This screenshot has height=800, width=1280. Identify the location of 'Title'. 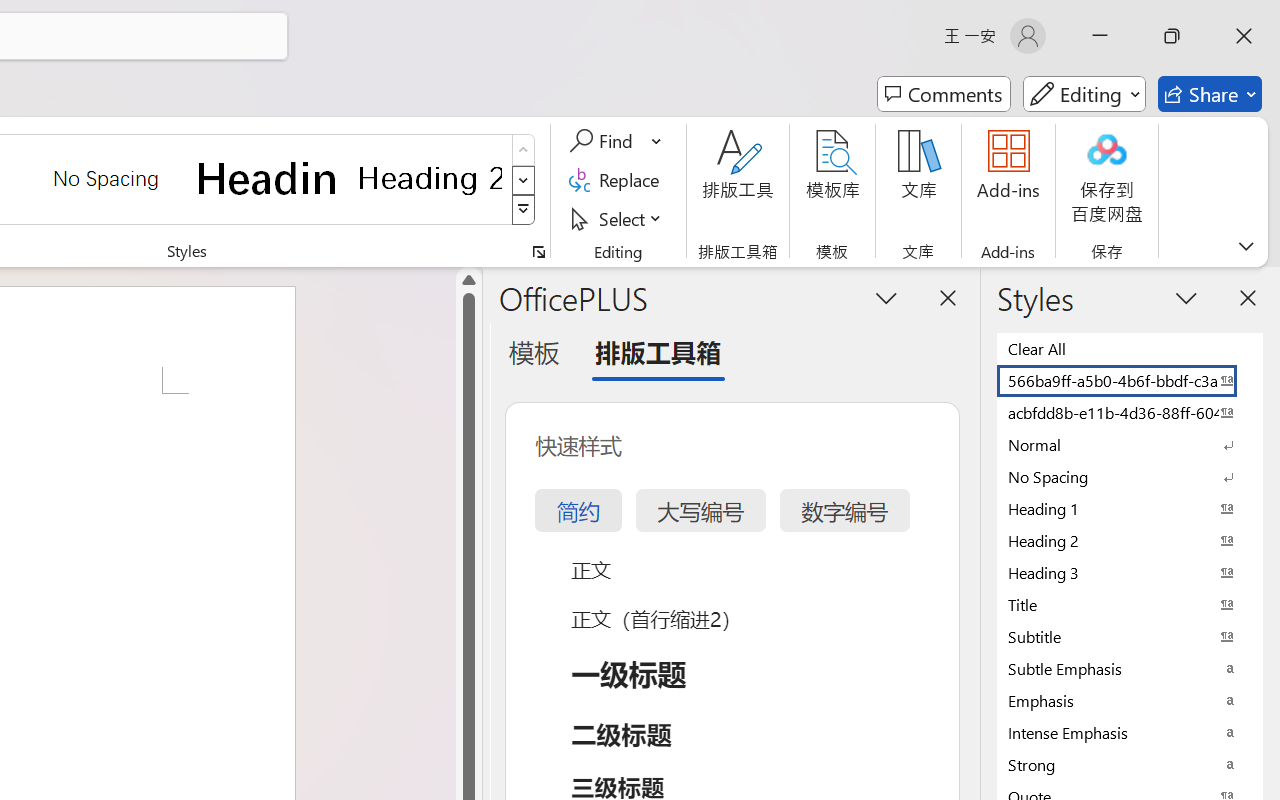
(1130, 604).